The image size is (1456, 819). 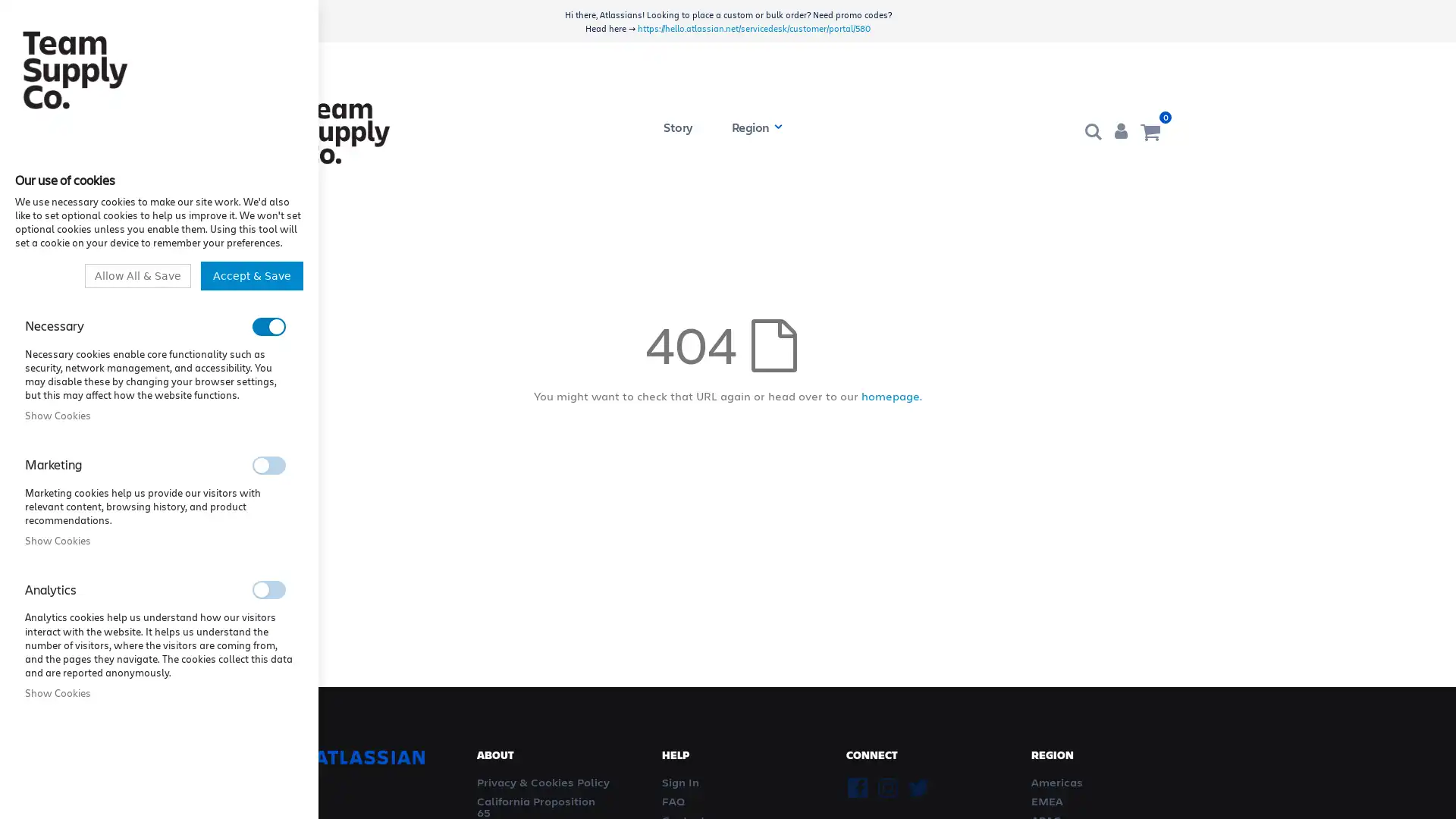 I want to click on Accept & Save, so click(x=255, y=275).